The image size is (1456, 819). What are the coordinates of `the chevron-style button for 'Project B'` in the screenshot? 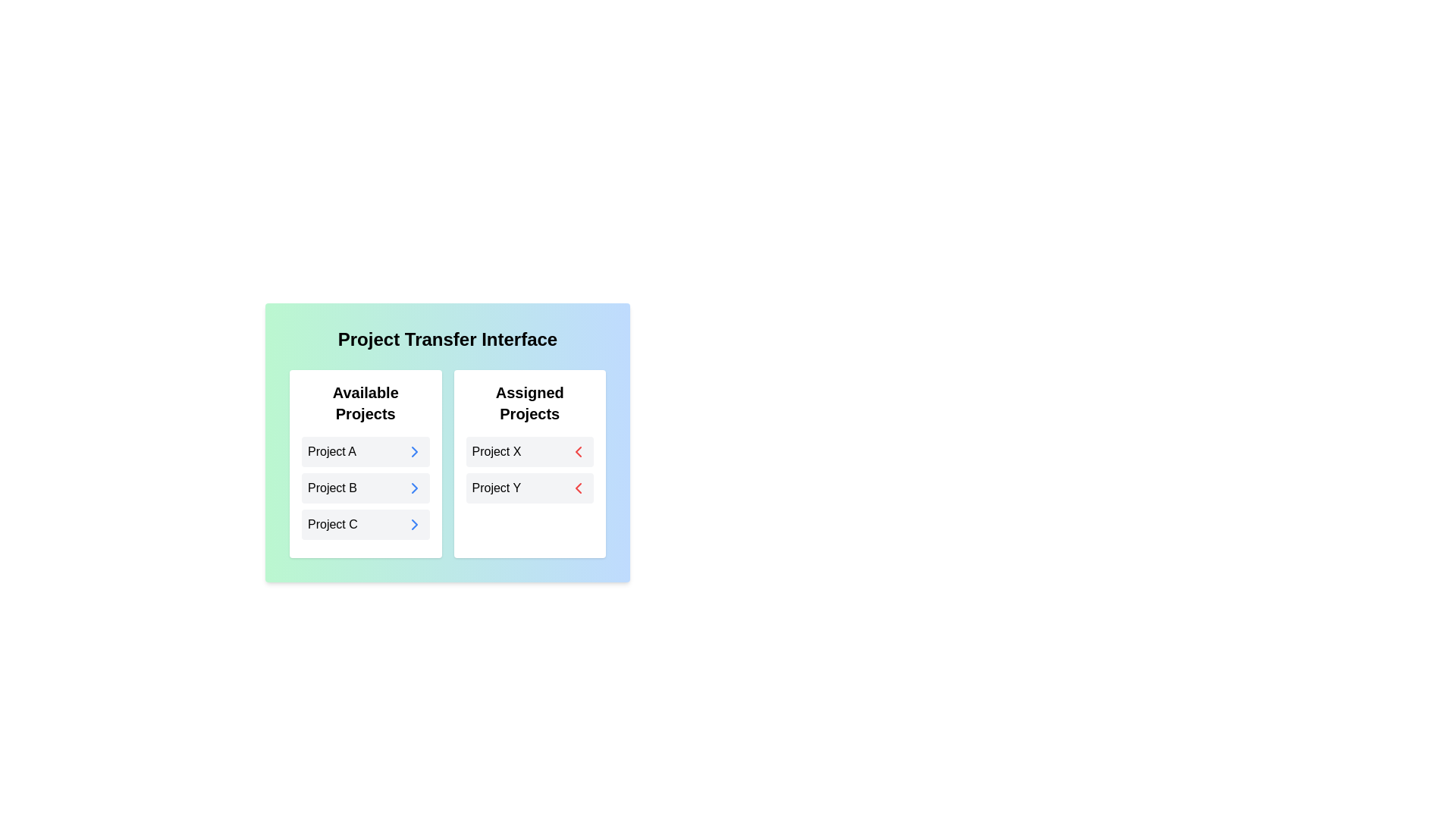 It's located at (414, 488).